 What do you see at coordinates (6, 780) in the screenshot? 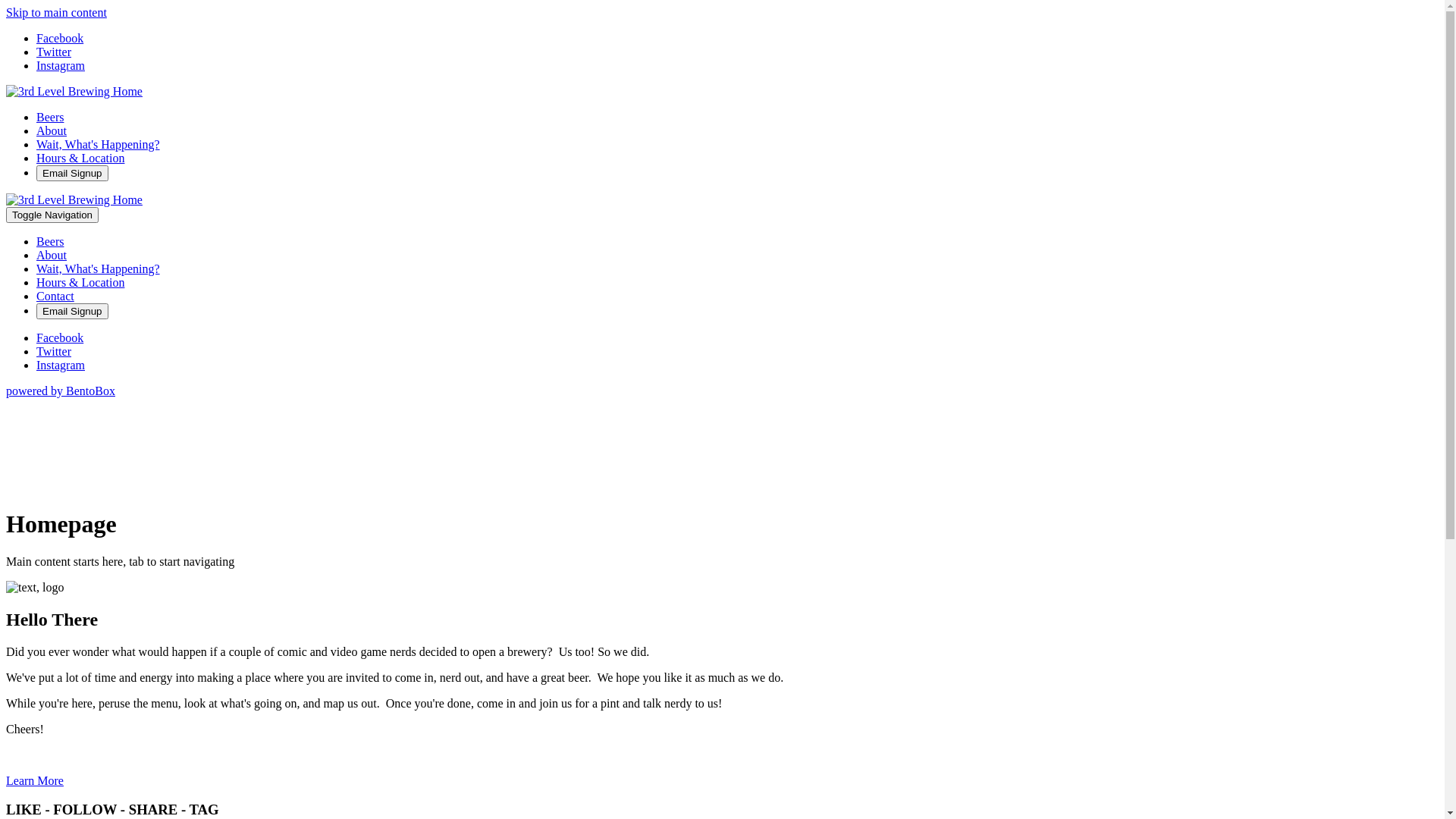
I see `'Learn More'` at bounding box center [6, 780].